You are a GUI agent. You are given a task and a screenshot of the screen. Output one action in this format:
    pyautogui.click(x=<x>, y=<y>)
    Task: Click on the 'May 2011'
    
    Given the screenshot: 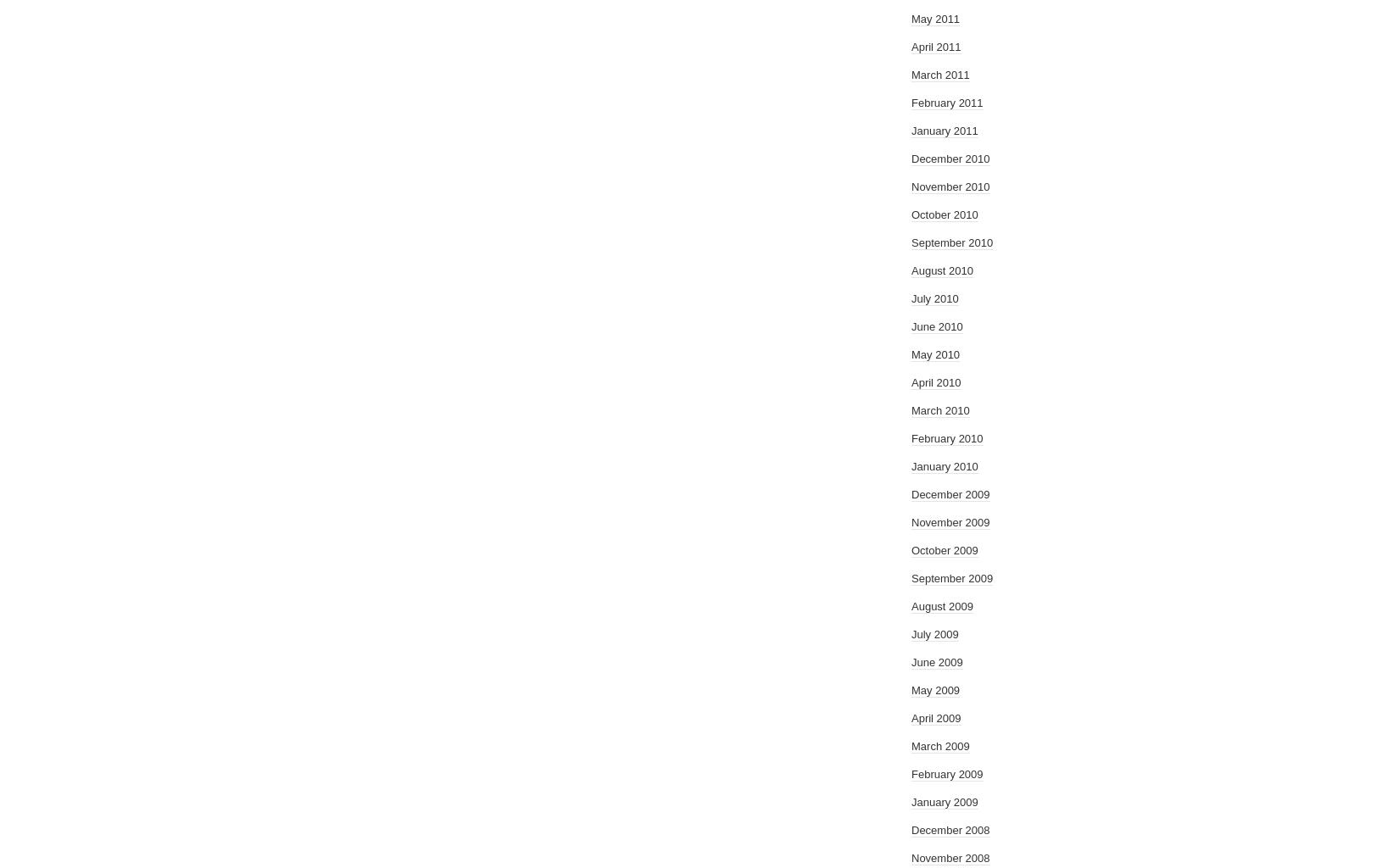 What is the action you would take?
    pyautogui.click(x=935, y=19)
    